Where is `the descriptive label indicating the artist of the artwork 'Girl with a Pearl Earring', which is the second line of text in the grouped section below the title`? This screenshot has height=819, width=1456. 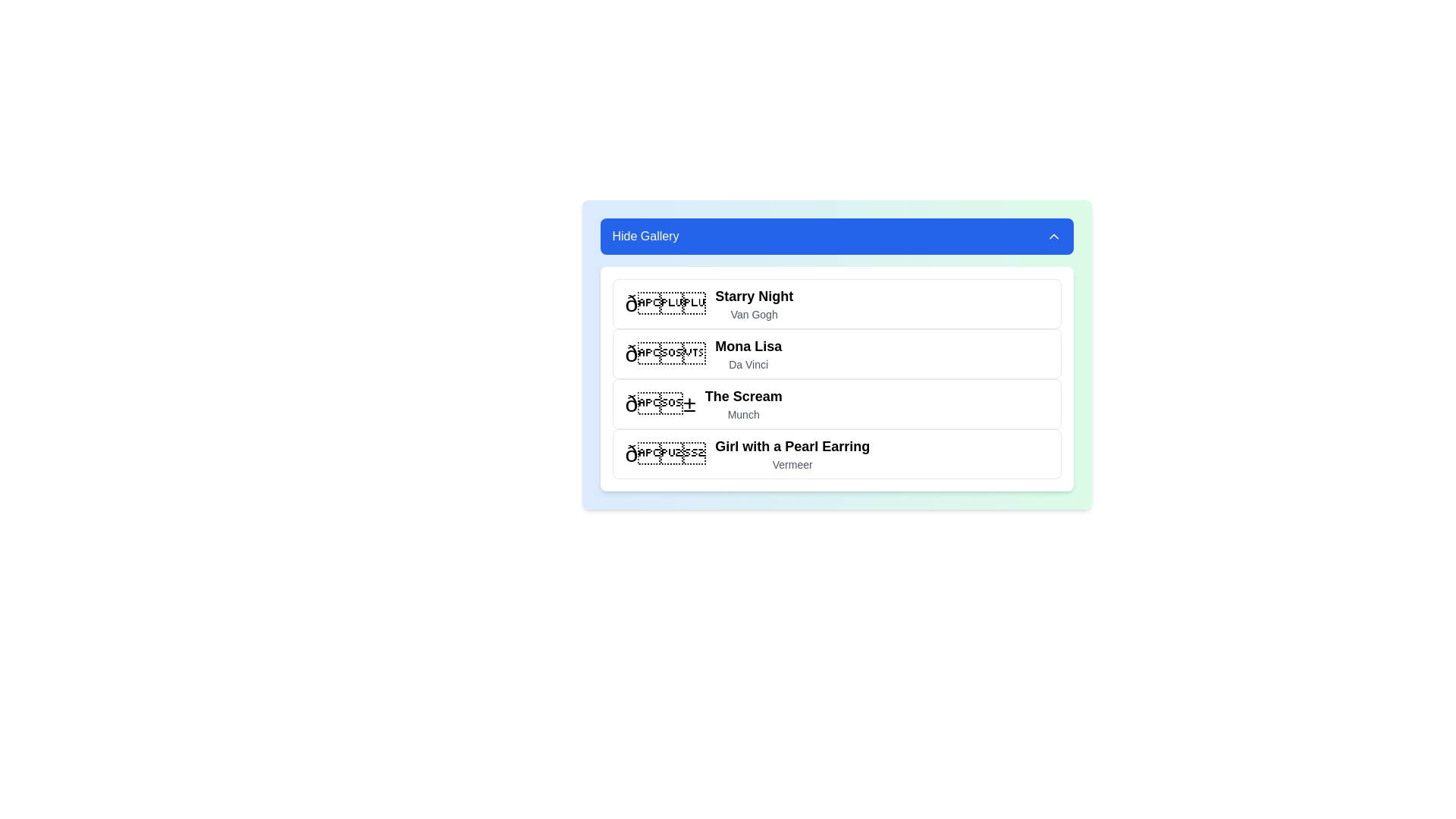
the descriptive label indicating the artist of the artwork 'Girl with a Pearl Earring', which is the second line of text in the grouped section below the title is located at coordinates (792, 464).